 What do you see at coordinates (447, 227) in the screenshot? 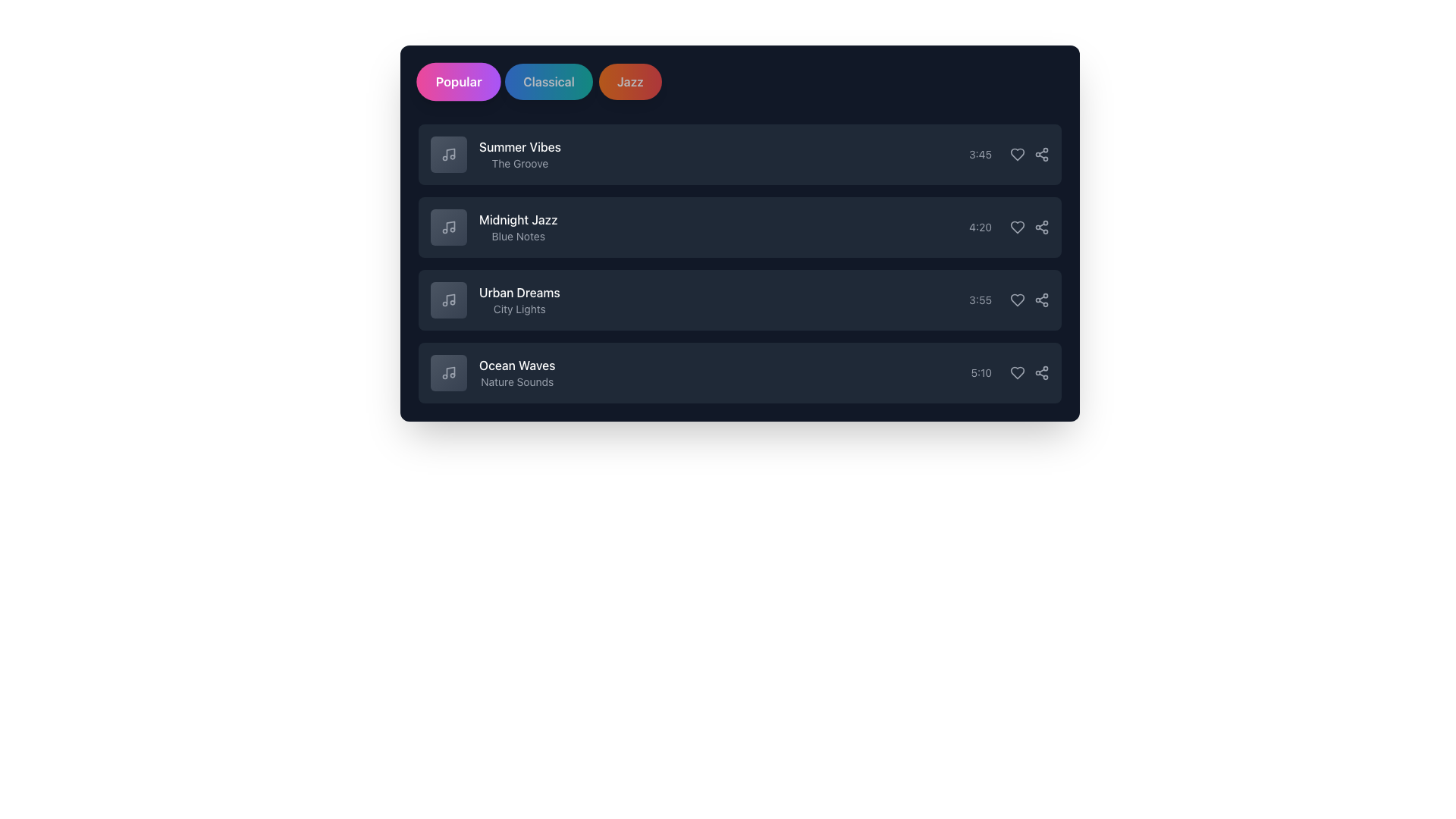
I see `the decorative graphic icon representing the music track 'Midnight Jazz', located towards the left side of the second row, adjacent to its title` at bounding box center [447, 227].